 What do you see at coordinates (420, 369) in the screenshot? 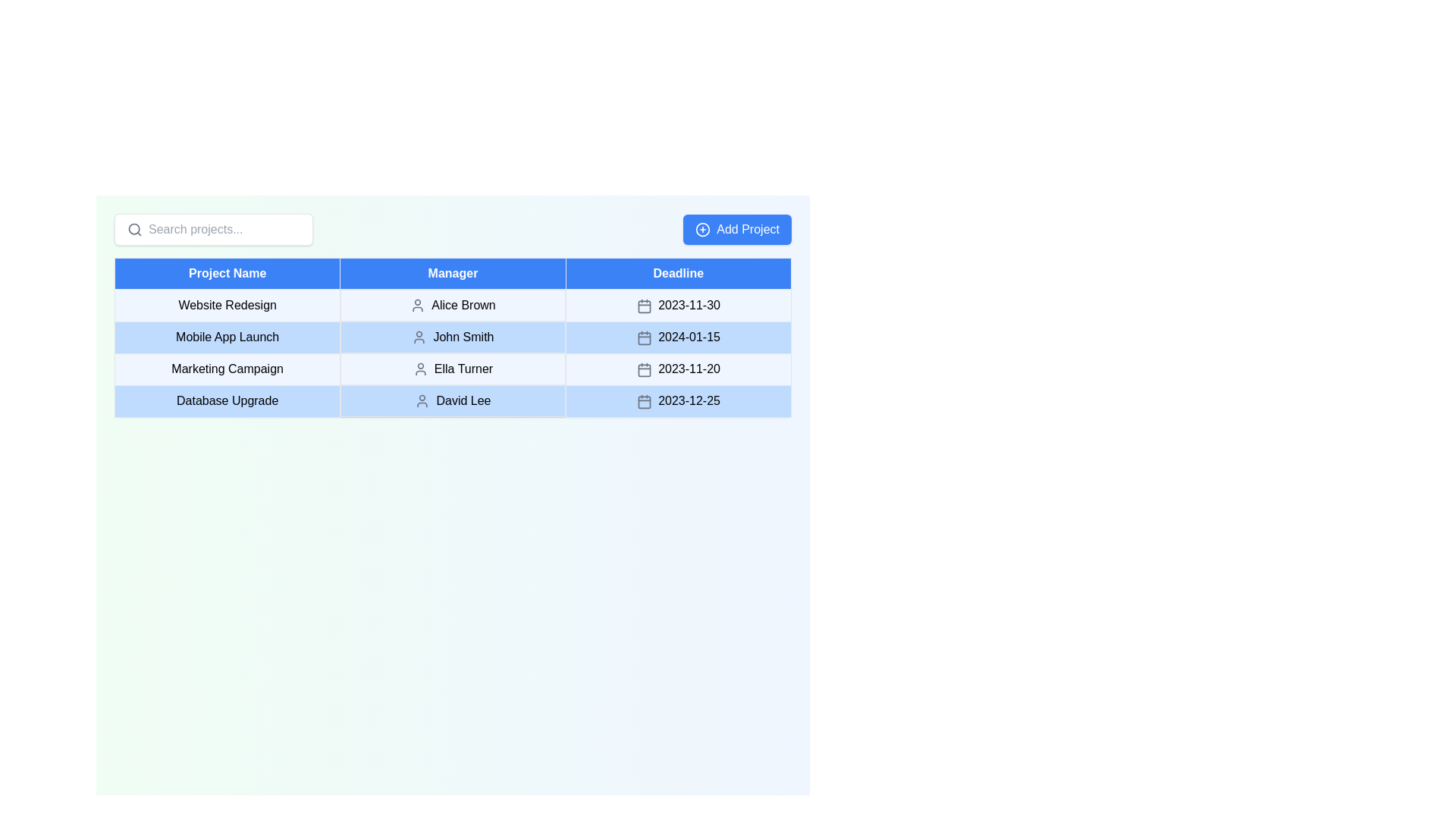
I see `the user profile silhouette icon adjacent to the text label 'Ella Turner' in the 'Manager' column of the 'Marketing Campaign' project table` at bounding box center [420, 369].